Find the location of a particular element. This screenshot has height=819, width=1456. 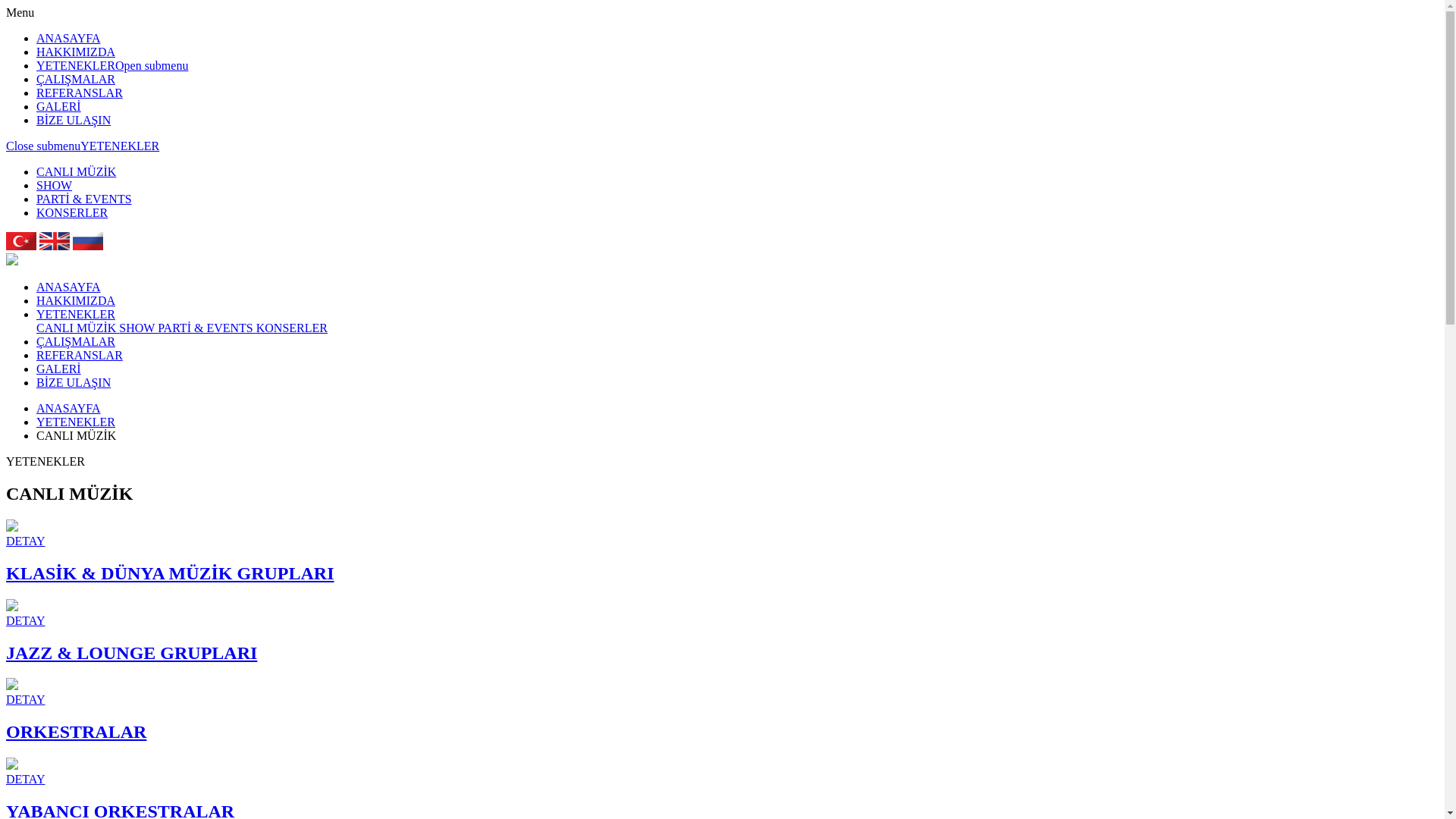

'YETENEKLER' is located at coordinates (75, 313).